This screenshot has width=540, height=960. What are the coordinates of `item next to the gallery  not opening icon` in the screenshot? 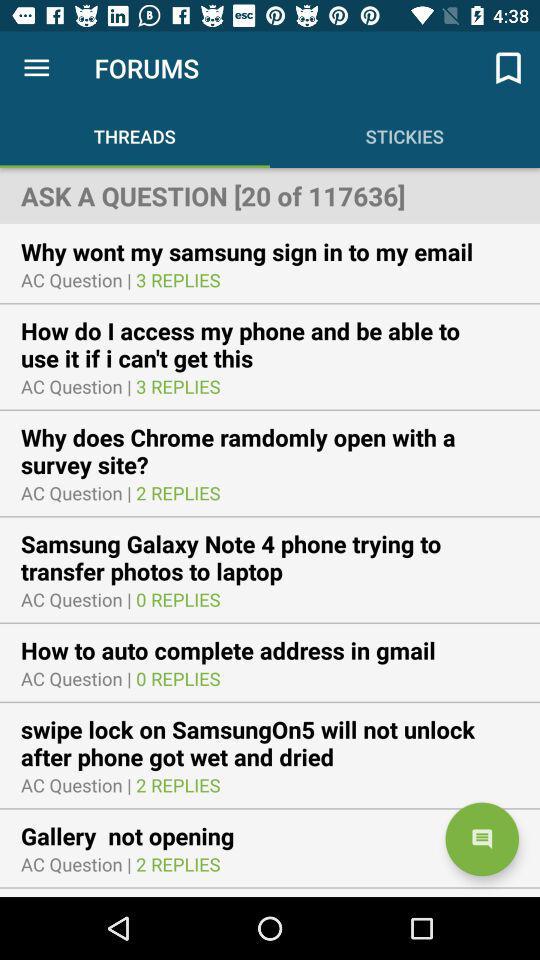 It's located at (481, 839).